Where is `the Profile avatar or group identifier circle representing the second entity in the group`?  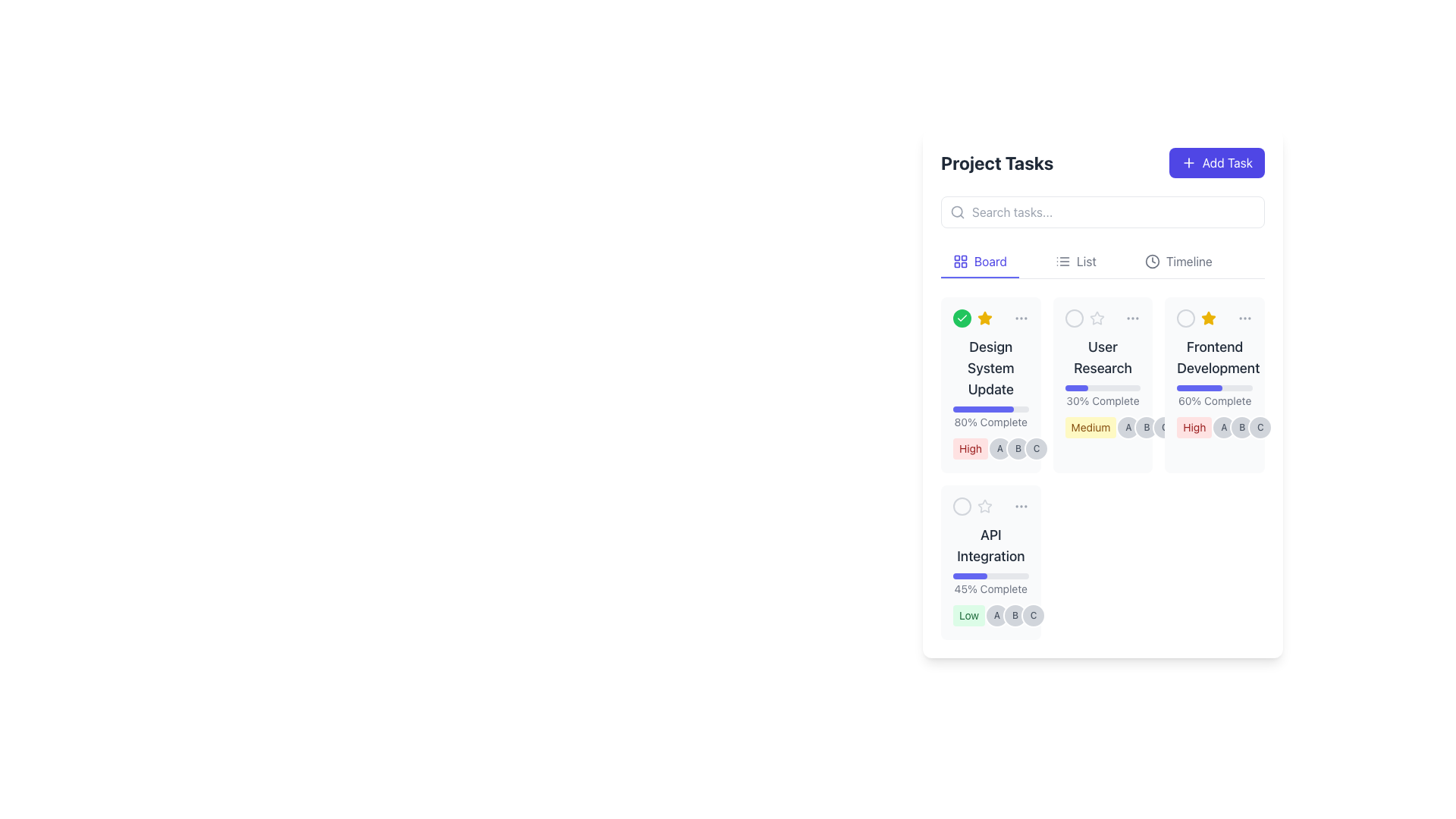 the Profile avatar or group identifier circle representing the second entity in the group is located at coordinates (1015, 616).